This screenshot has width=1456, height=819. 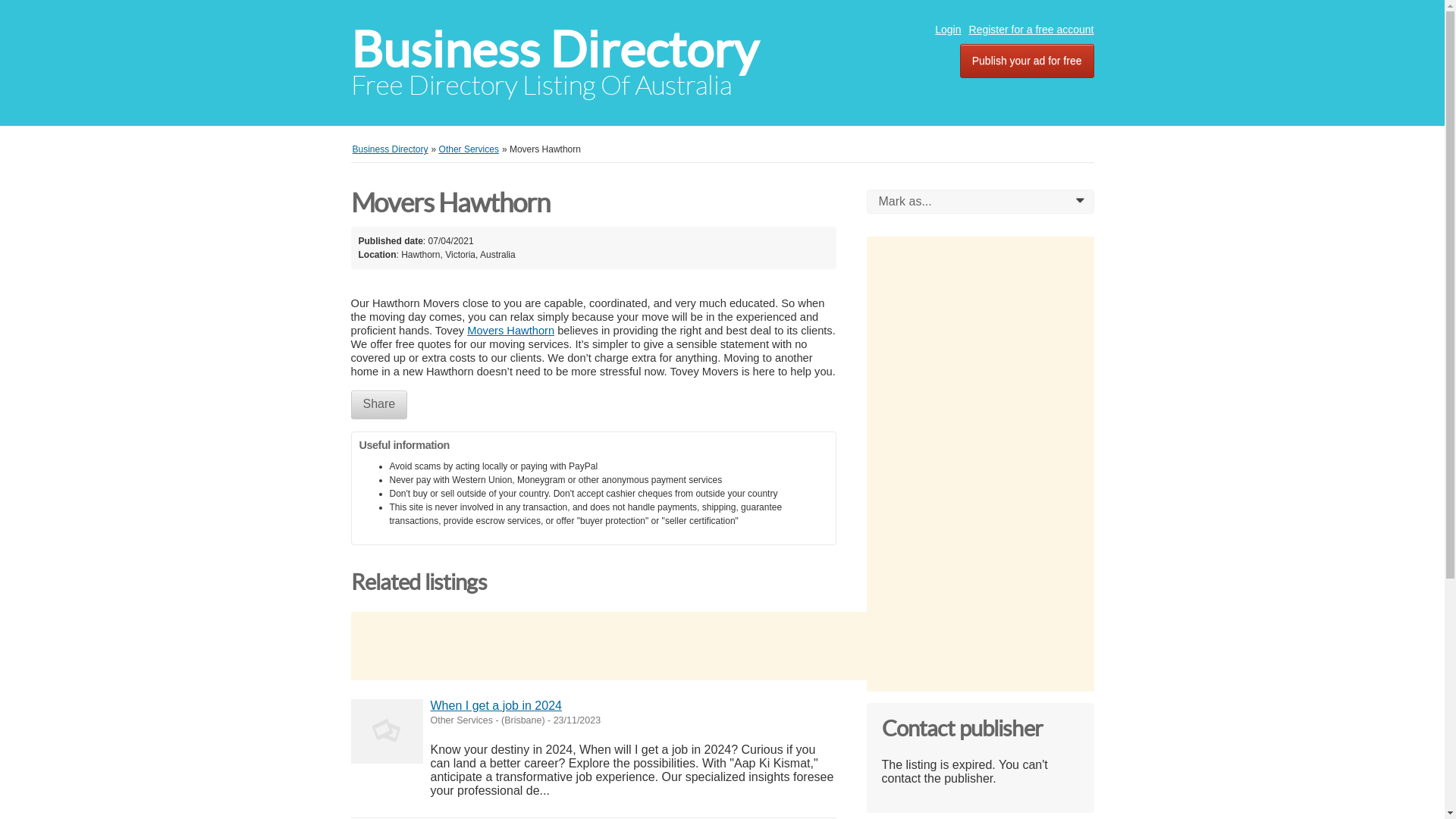 I want to click on 'Business Directory', so click(x=553, y=49).